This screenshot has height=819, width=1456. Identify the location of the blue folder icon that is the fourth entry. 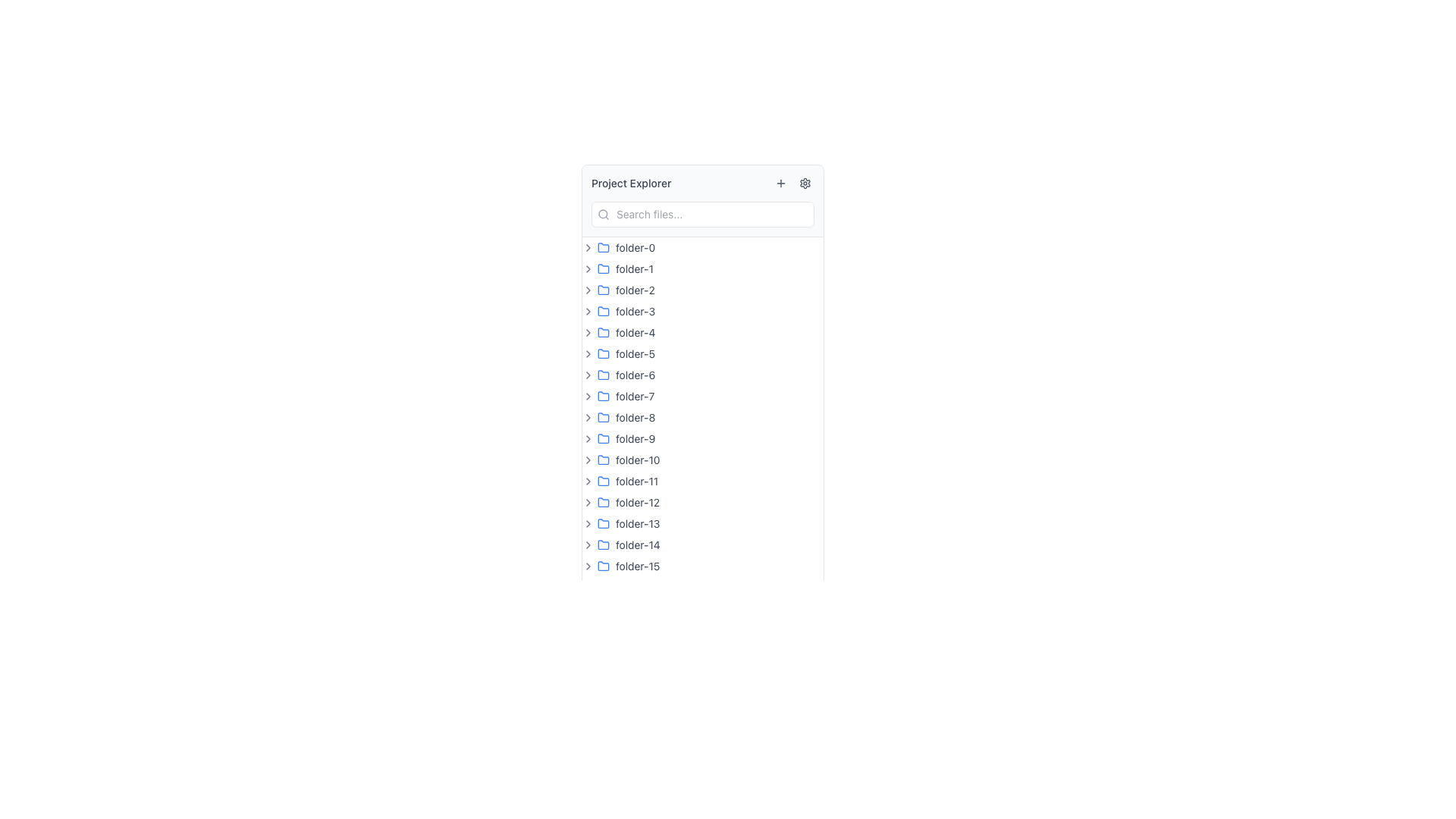
(603, 309).